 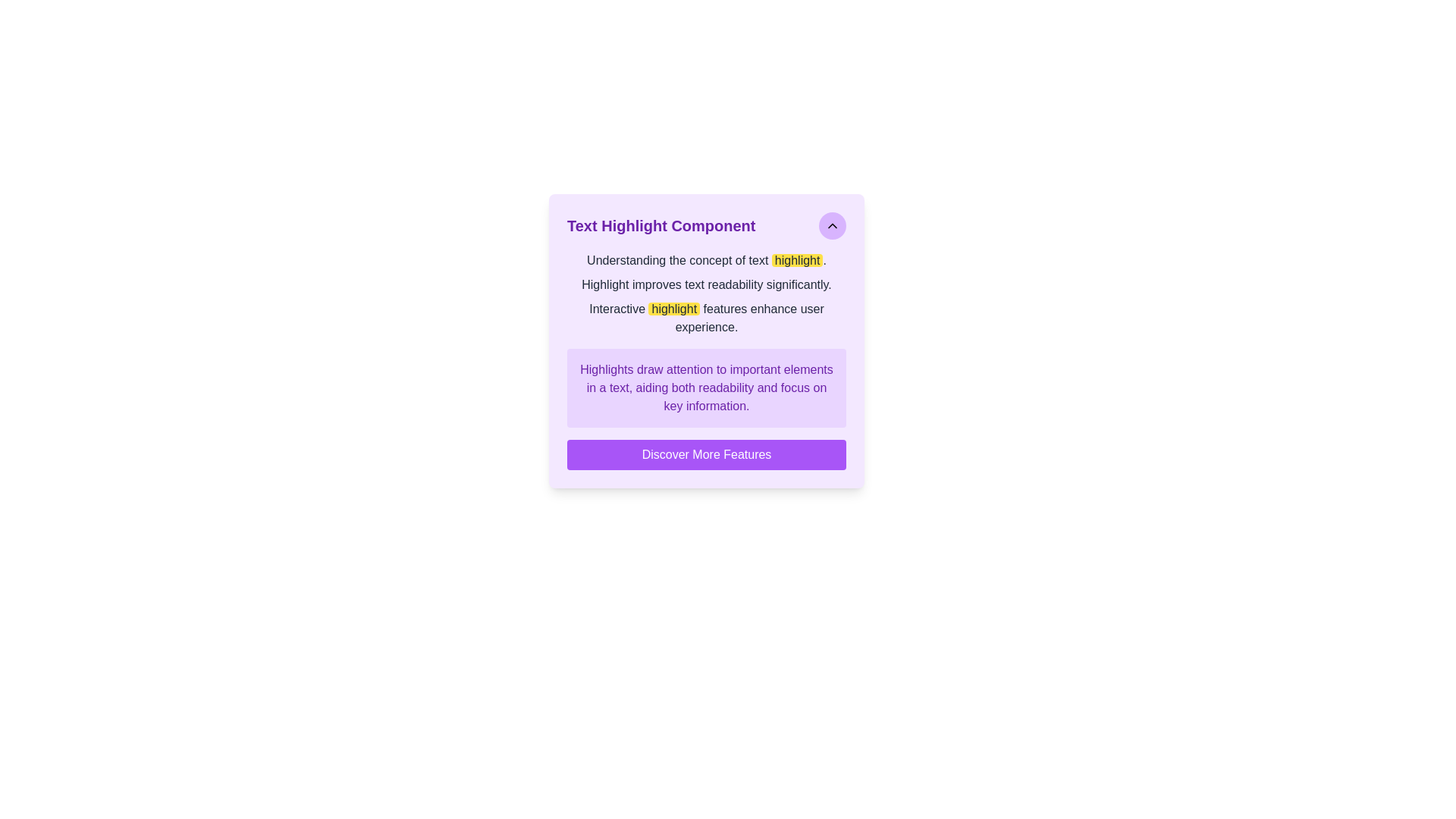 What do you see at coordinates (705, 259) in the screenshot?
I see `the first line of static text that introduces the concept of text highlighting, located beneath the title 'Text Highlight Component'` at bounding box center [705, 259].